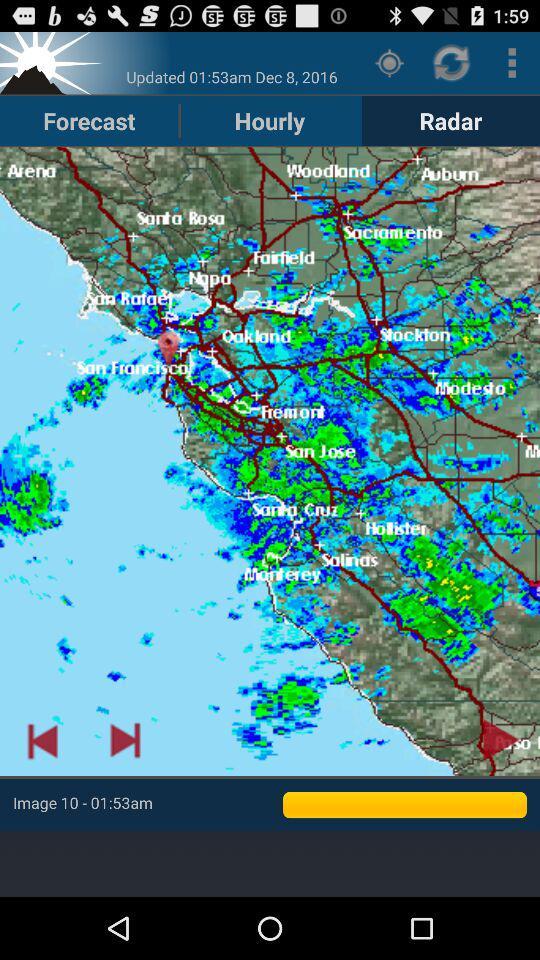 This screenshot has width=540, height=960. What do you see at coordinates (125, 791) in the screenshot?
I see `the skip_next icon` at bounding box center [125, 791].